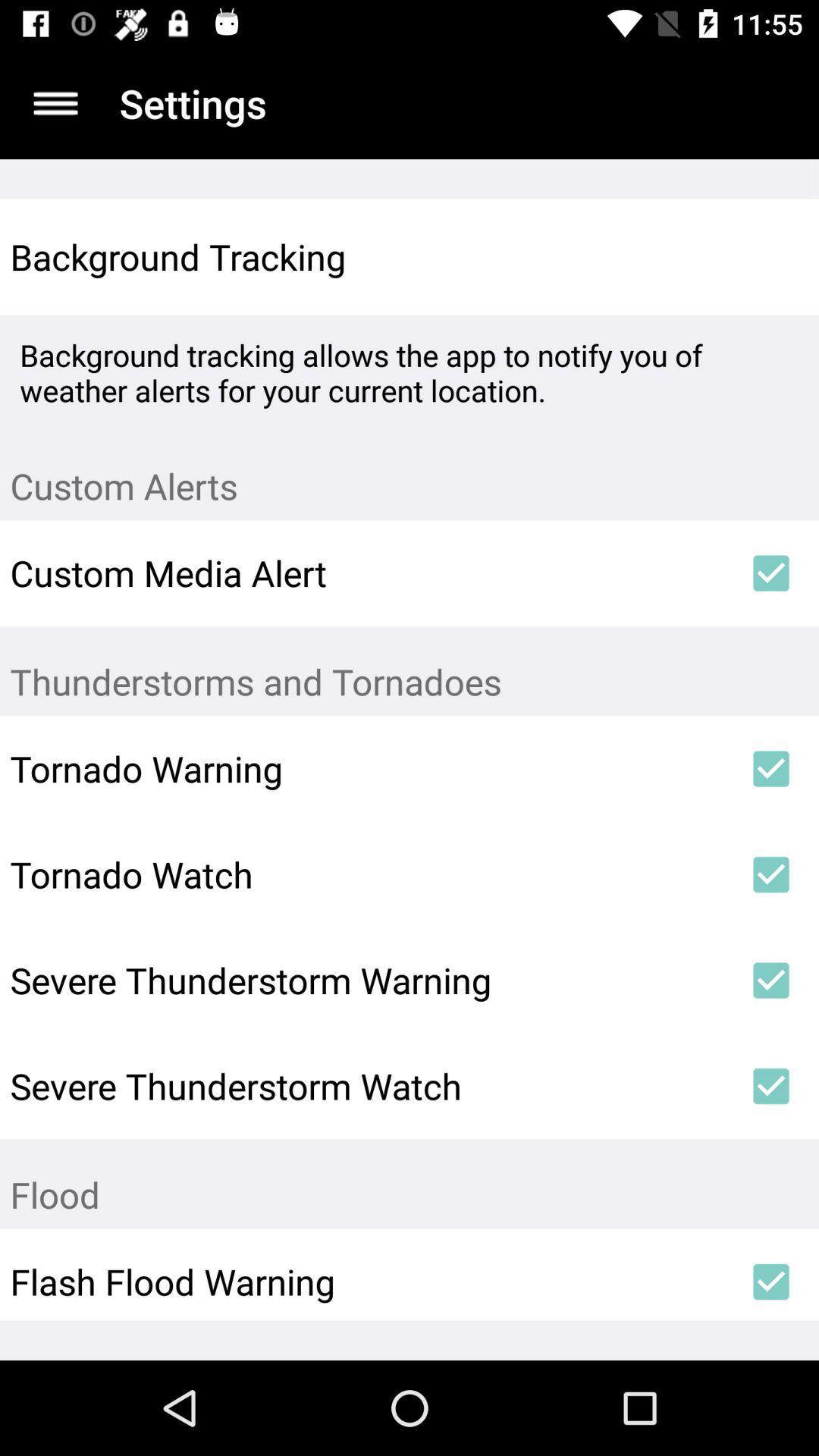 The height and width of the screenshot is (1456, 819). I want to click on tornado watch, so click(366, 874).